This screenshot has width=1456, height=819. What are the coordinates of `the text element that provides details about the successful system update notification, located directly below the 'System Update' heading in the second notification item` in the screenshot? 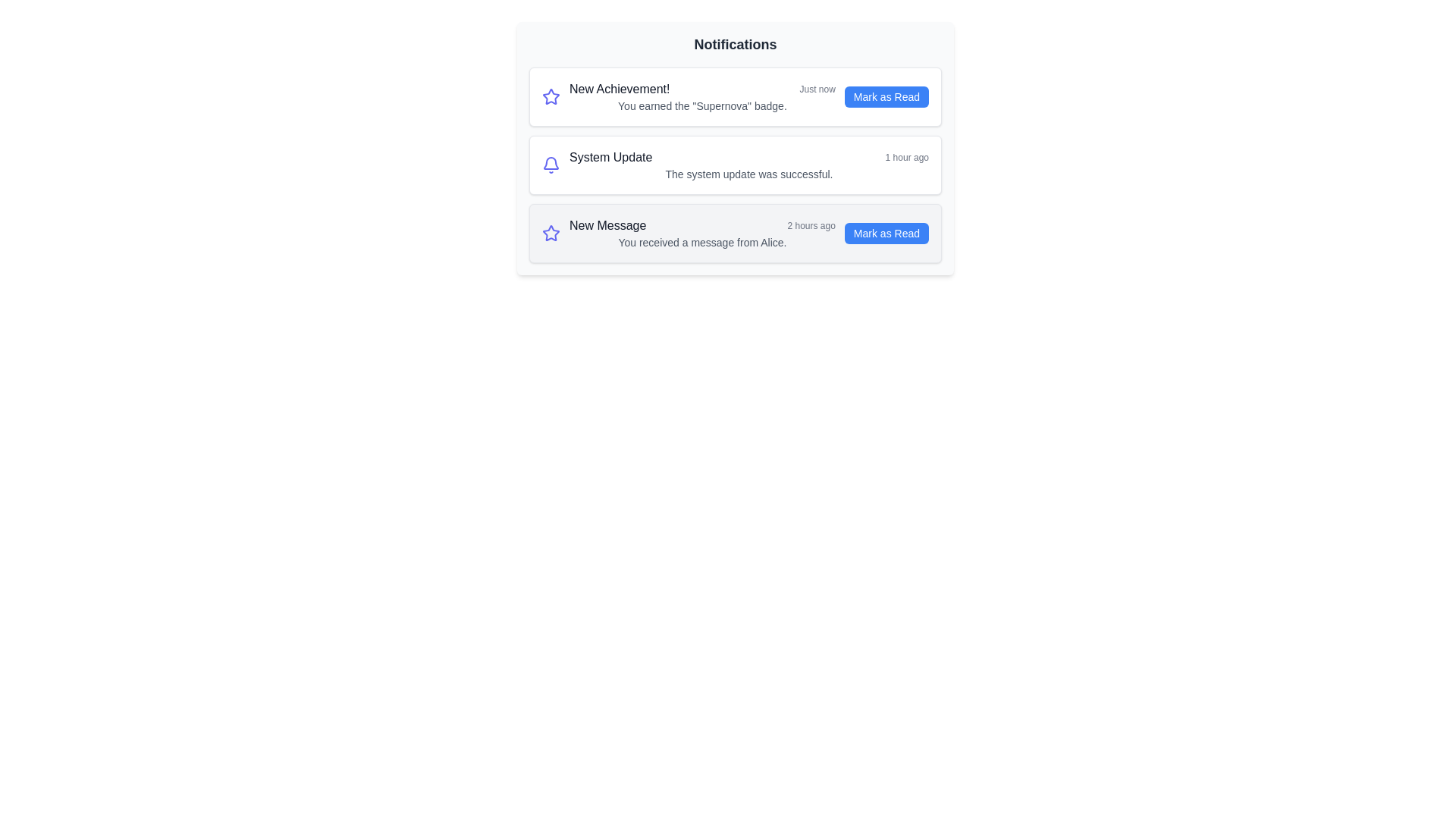 It's located at (749, 174).